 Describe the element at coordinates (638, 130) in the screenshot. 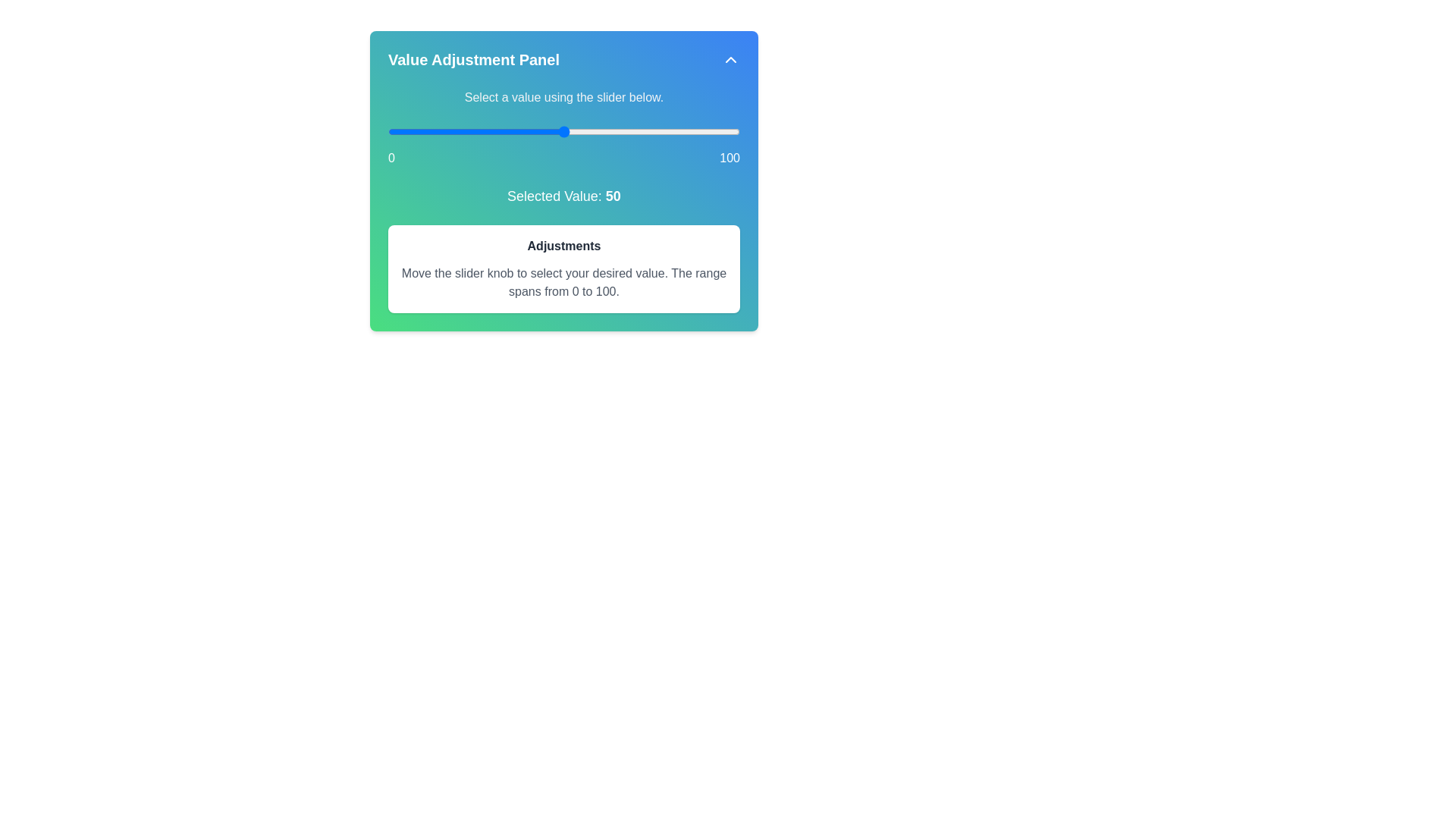

I see `the slider value` at that location.